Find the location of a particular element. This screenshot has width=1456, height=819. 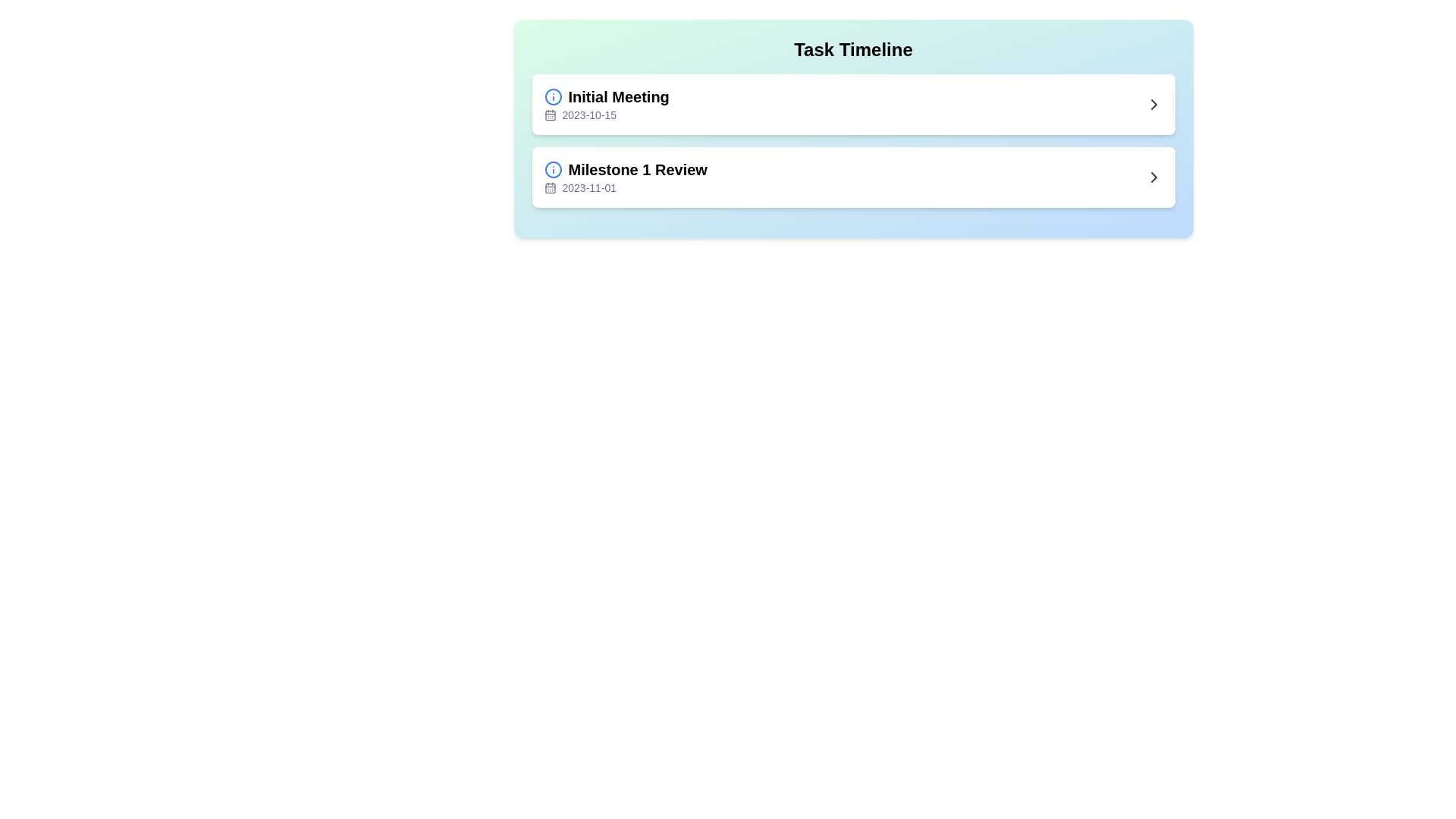

the content of the text label displaying the title of the second task or milestone in the 'Task Timeline' section, located directly beneath the 'Initial Meeting' item is located at coordinates (626, 169).